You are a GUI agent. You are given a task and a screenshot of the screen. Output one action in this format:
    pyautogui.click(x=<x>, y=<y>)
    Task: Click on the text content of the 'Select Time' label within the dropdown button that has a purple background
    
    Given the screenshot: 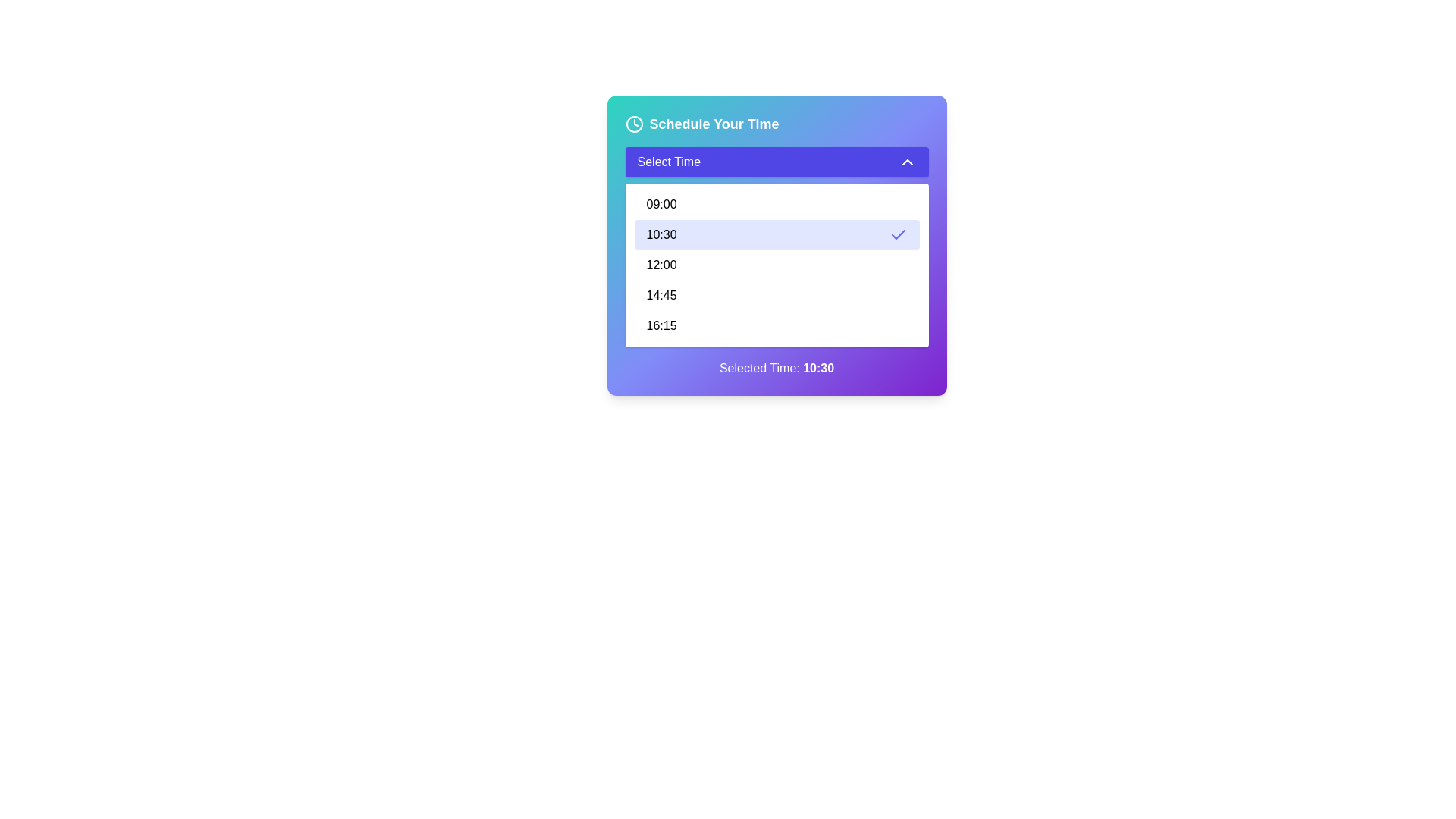 What is the action you would take?
    pyautogui.click(x=668, y=162)
    